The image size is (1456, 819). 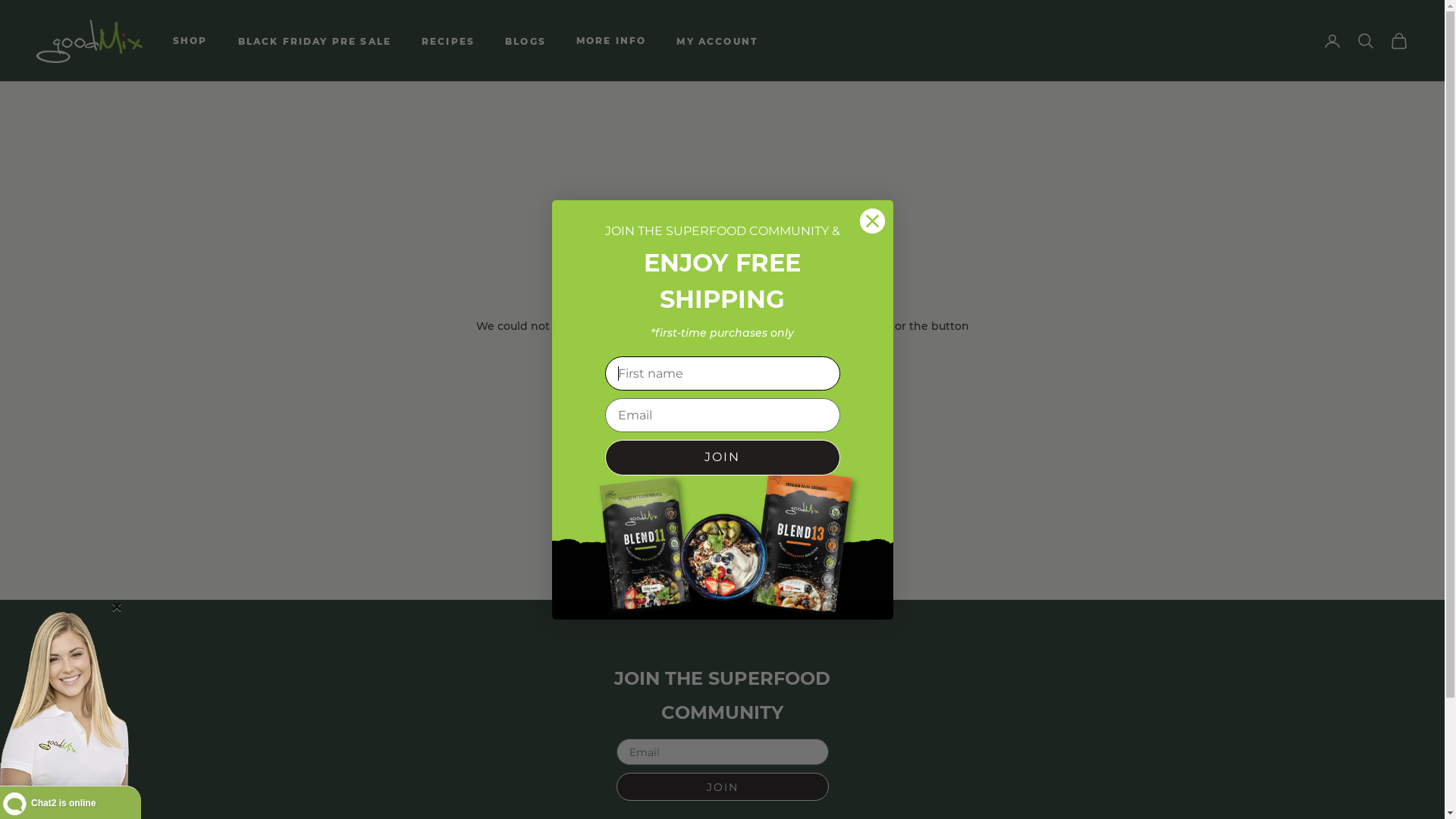 I want to click on 'Submit', so click(x=22, y=7).